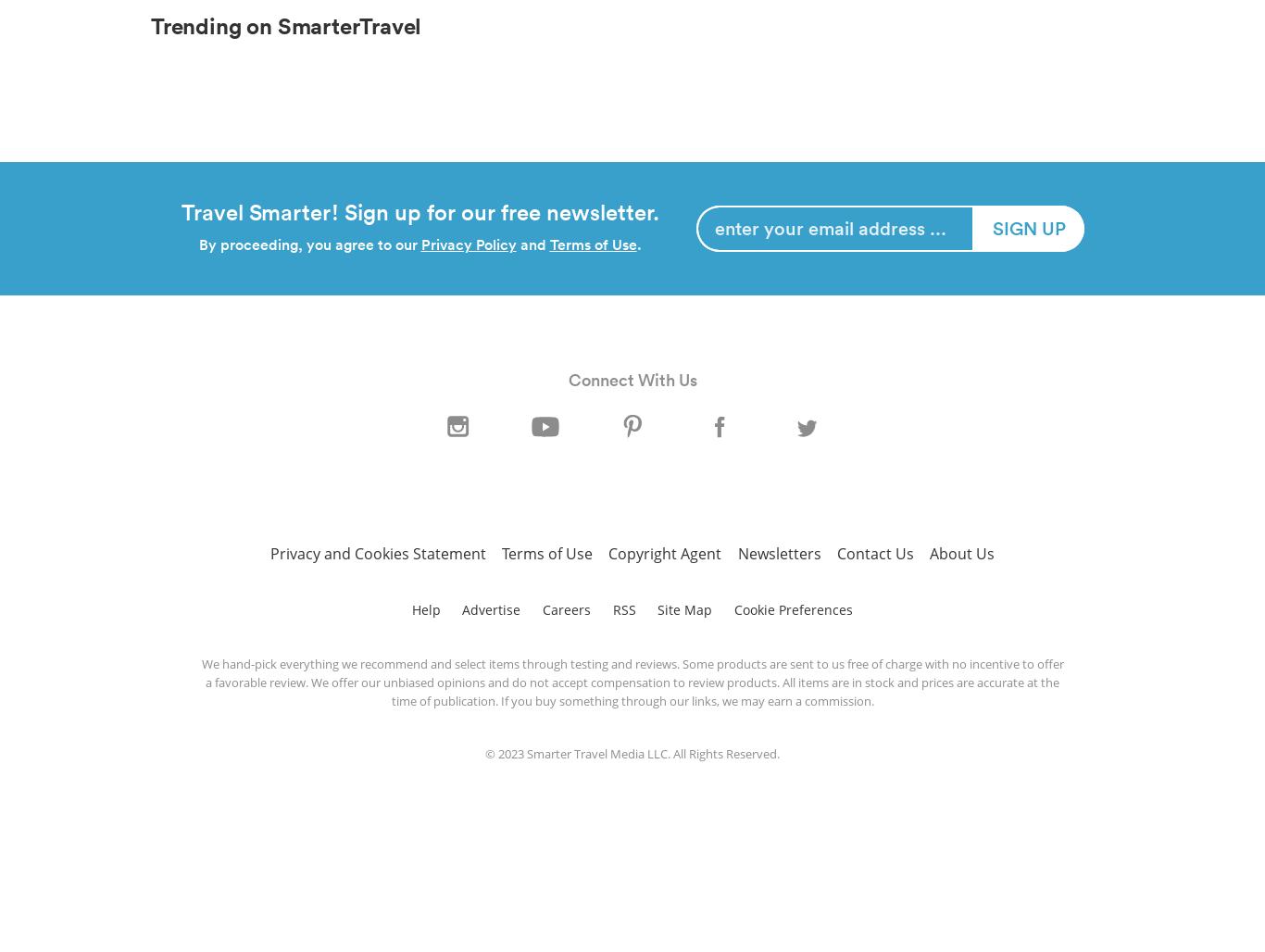  Describe the element at coordinates (664, 551) in the screenshot. I see `'Copyright Agent'` at that location.